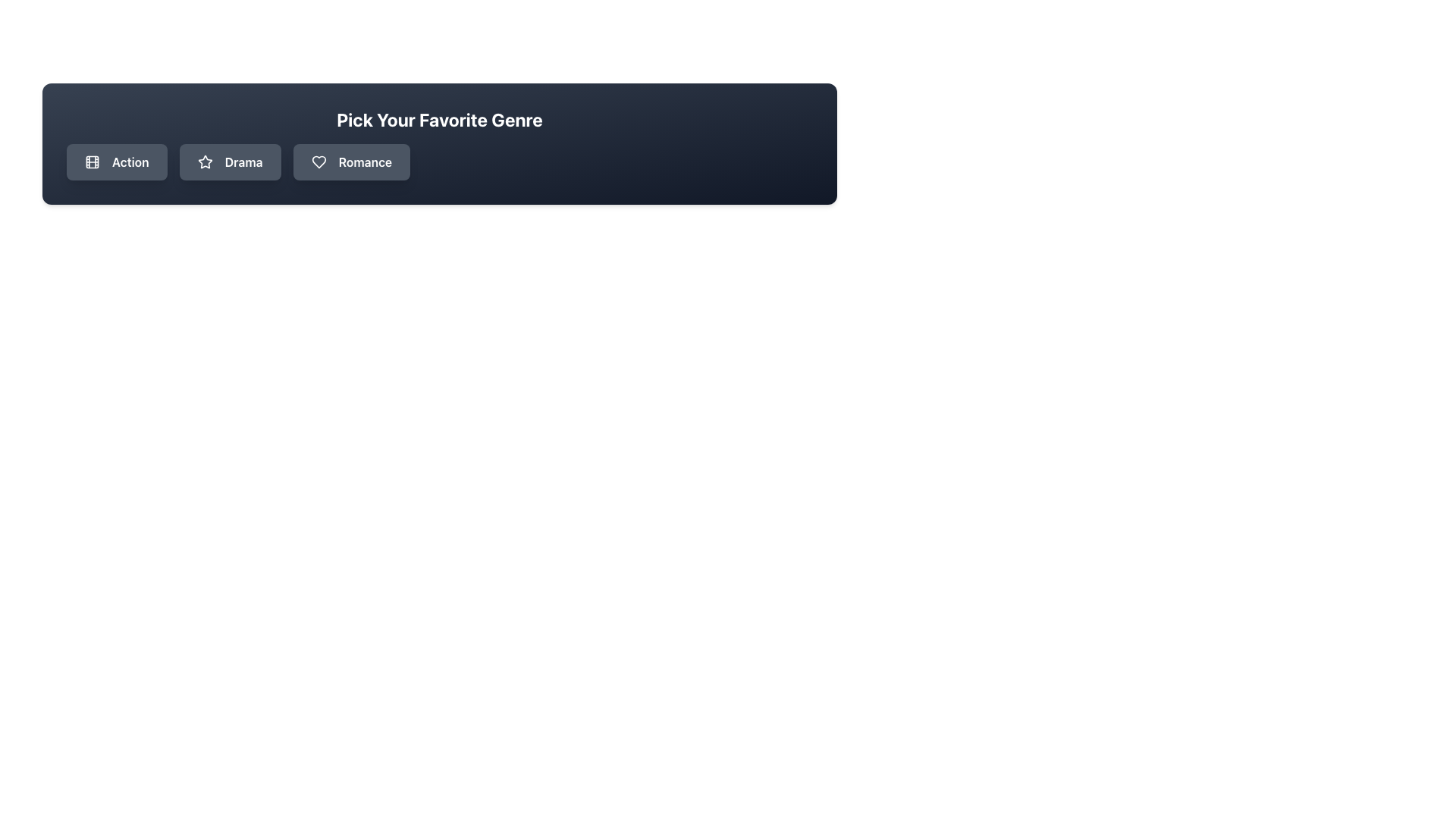 This screenshot has width=1456, height=819. I want to click on the button labeled 'Romance' that contains the Romance genre icon, so click(318, 162).